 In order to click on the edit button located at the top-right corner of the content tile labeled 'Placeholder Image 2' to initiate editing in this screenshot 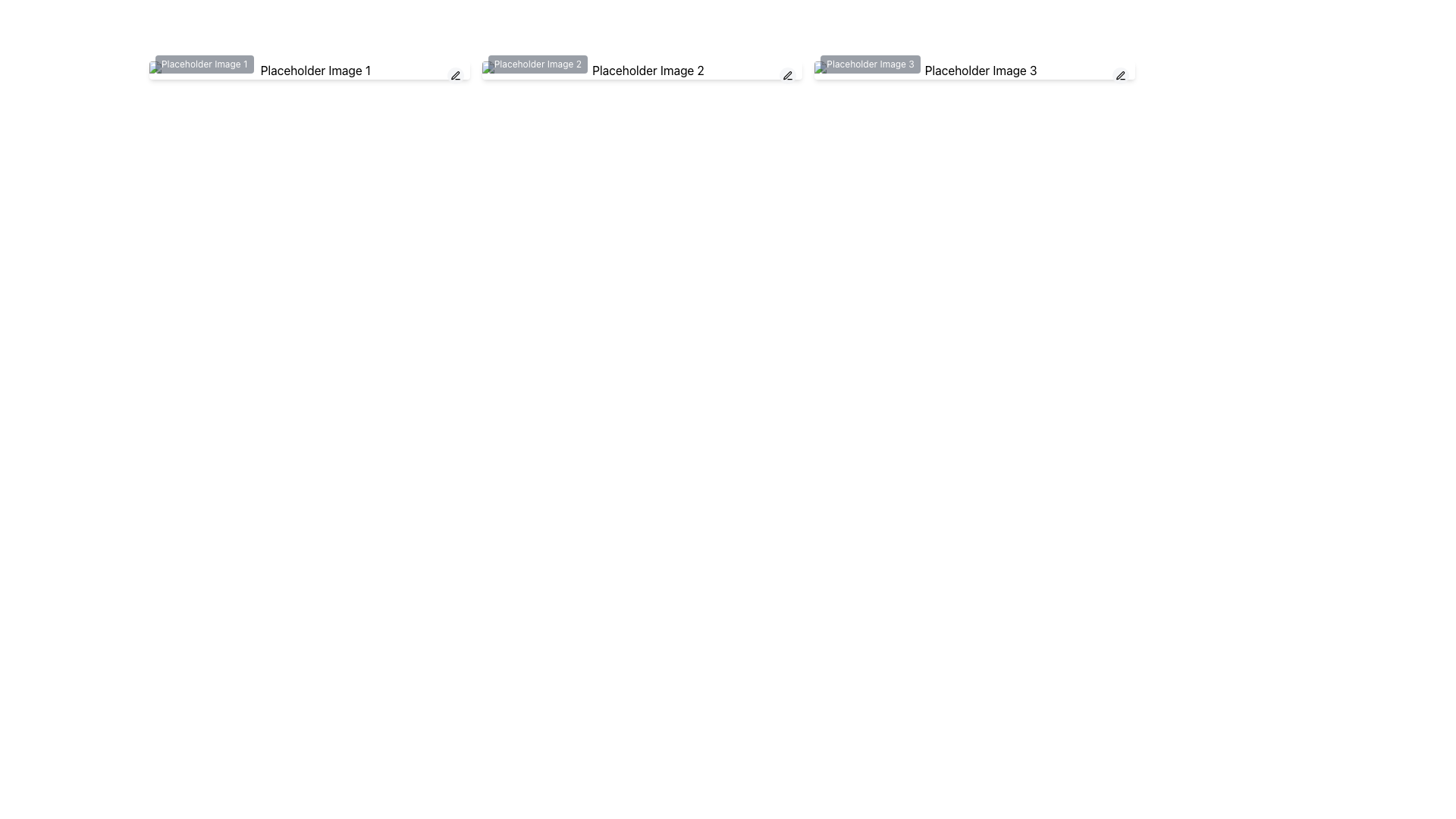, I will do `click(787, 76)`.